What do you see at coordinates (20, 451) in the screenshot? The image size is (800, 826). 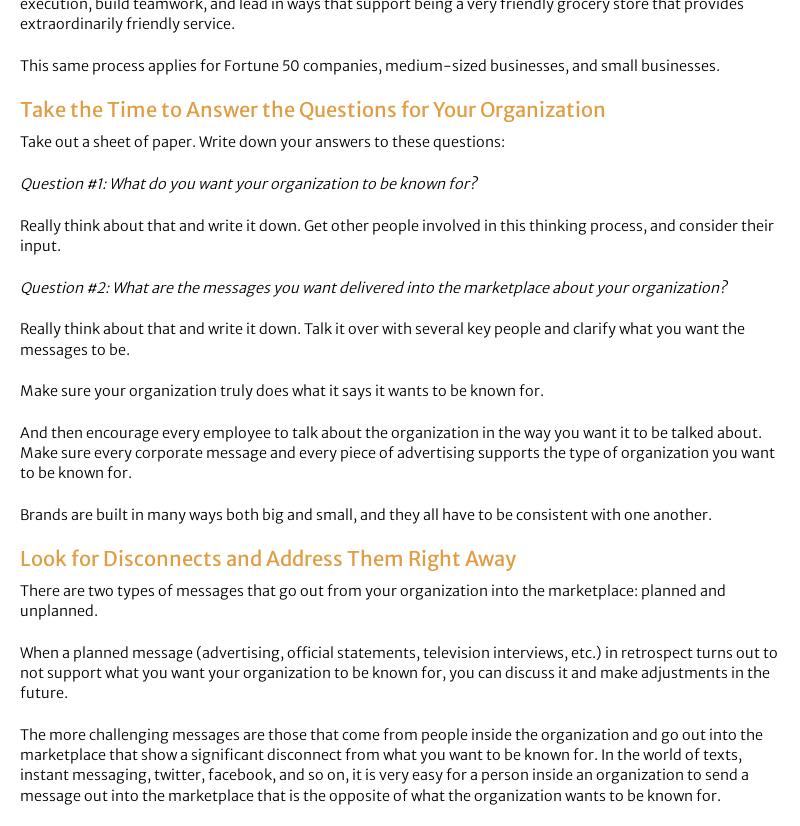 I see `'And then encourage every employee to talk about the organization in the way you want it to be talked about. Make sure every corporate message and every piece of advertising supports the type of organization you want to be known for.'` at bounding box center [20, 451].